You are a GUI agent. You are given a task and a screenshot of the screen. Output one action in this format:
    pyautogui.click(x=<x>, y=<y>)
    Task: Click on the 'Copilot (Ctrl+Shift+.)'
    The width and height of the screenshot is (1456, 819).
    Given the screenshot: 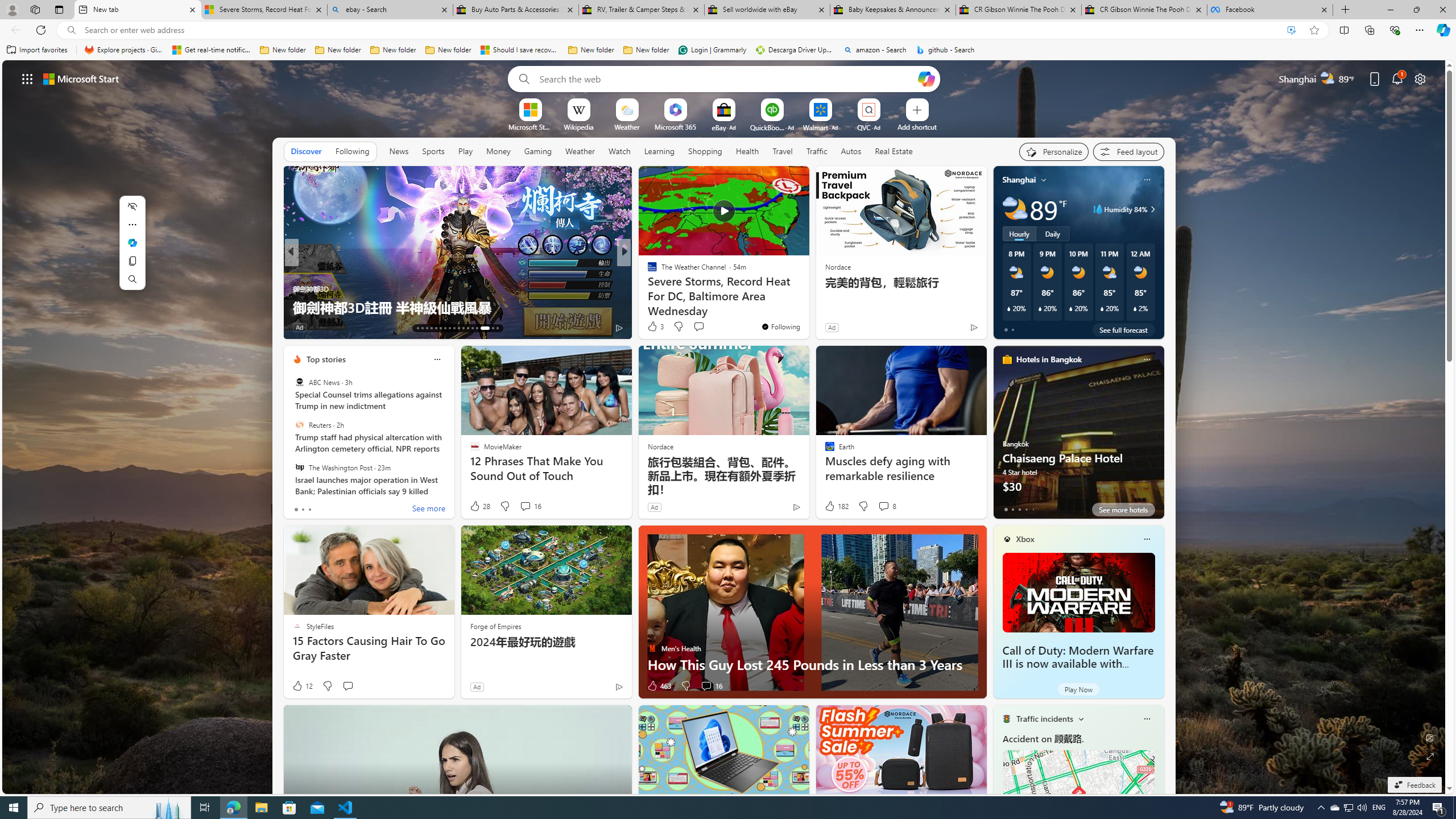 What is the action you would take?
    pyautogui.click(x=1442, y=29)
    